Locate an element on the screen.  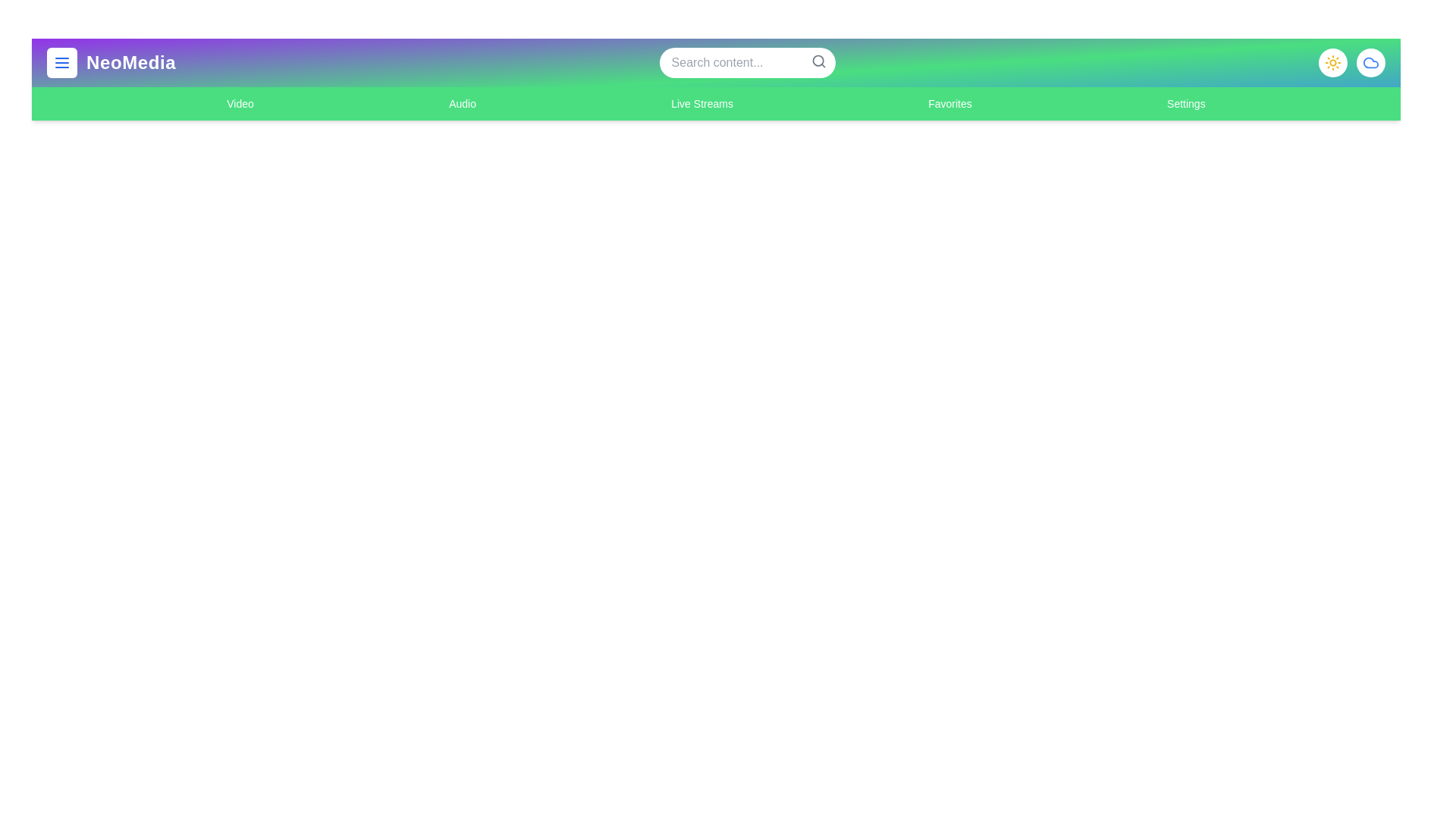
the navigation link labeled Live Streams is located at coordinates (701, 103).